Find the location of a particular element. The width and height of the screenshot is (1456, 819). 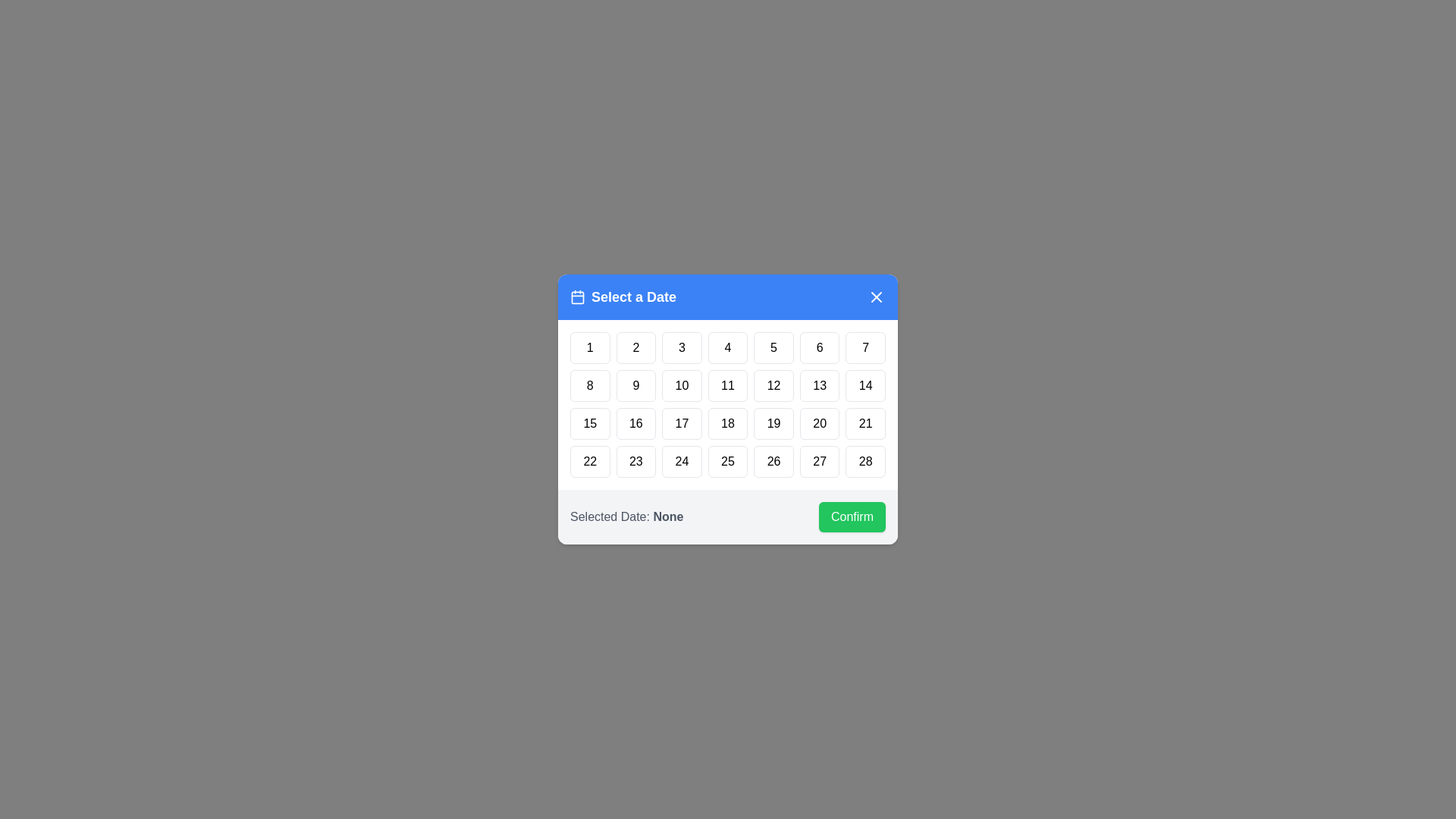

the button representing the day 1 to select that date is located at coordinates (588, 348).